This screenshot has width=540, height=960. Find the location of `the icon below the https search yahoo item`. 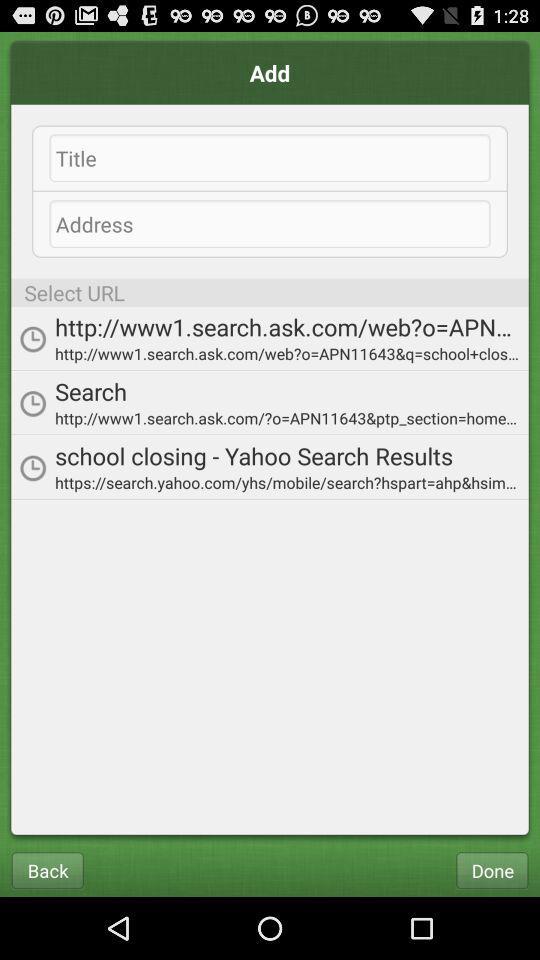

the icon below the https search yahoo item is located at coordinates (491, 869).